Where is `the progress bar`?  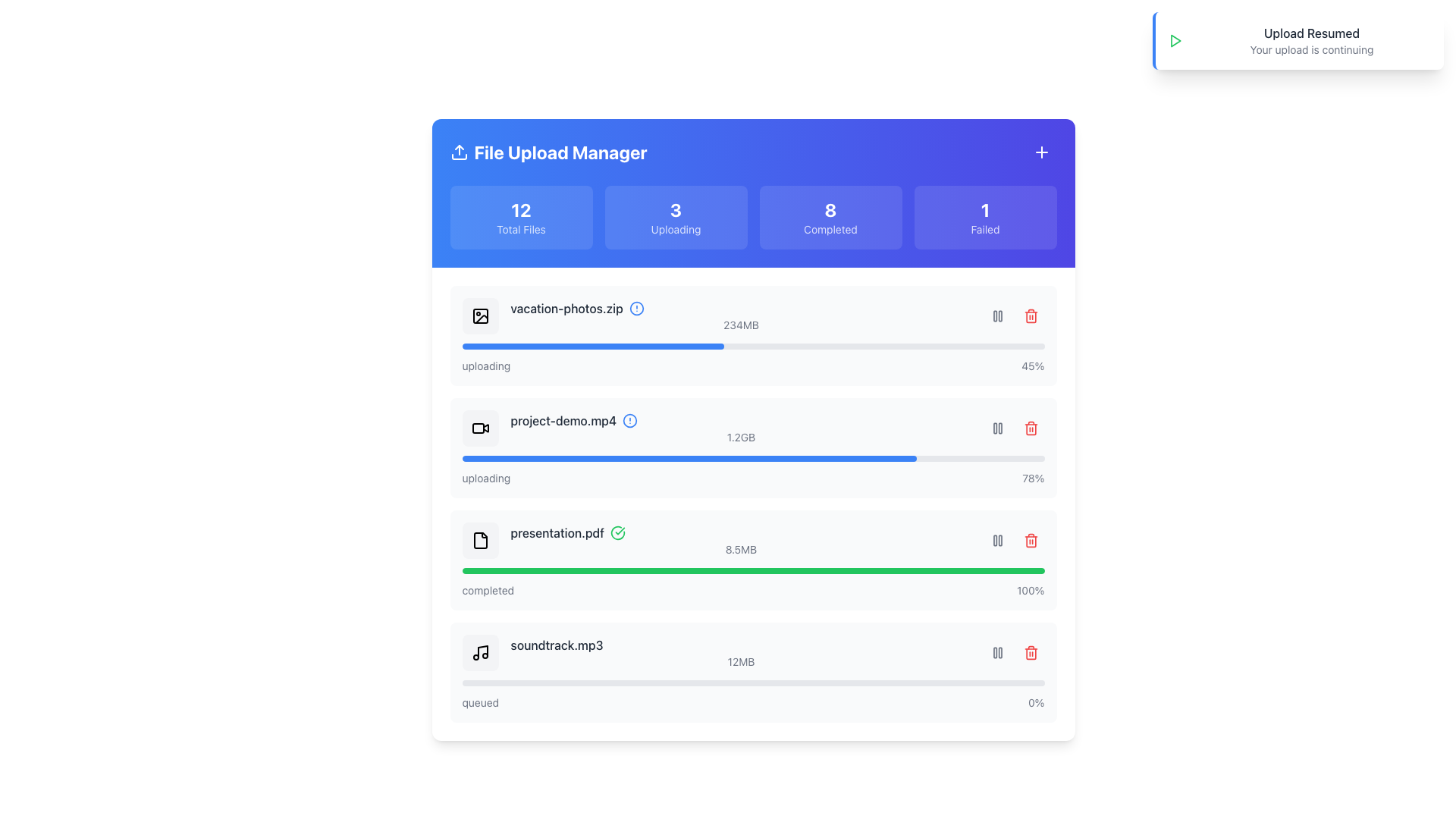
the progress bar is located at coordinates (498, 346).